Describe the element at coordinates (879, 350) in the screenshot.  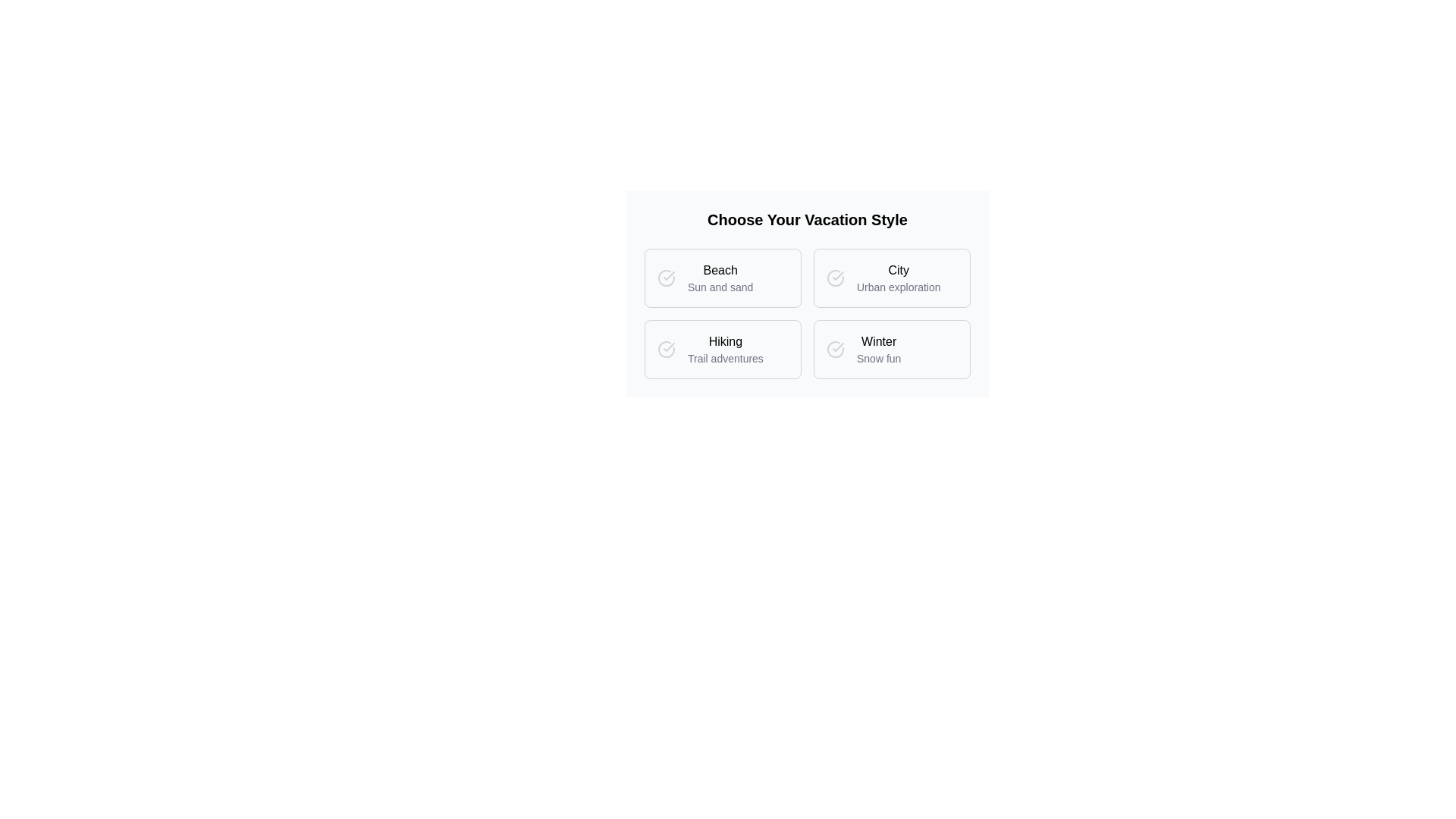
I see `the Text display block that shows 'Winter' in bold black font and 'Snow fun' in smaller gray font, located at the bottom-right of a 2x2 grid layout` at that location.